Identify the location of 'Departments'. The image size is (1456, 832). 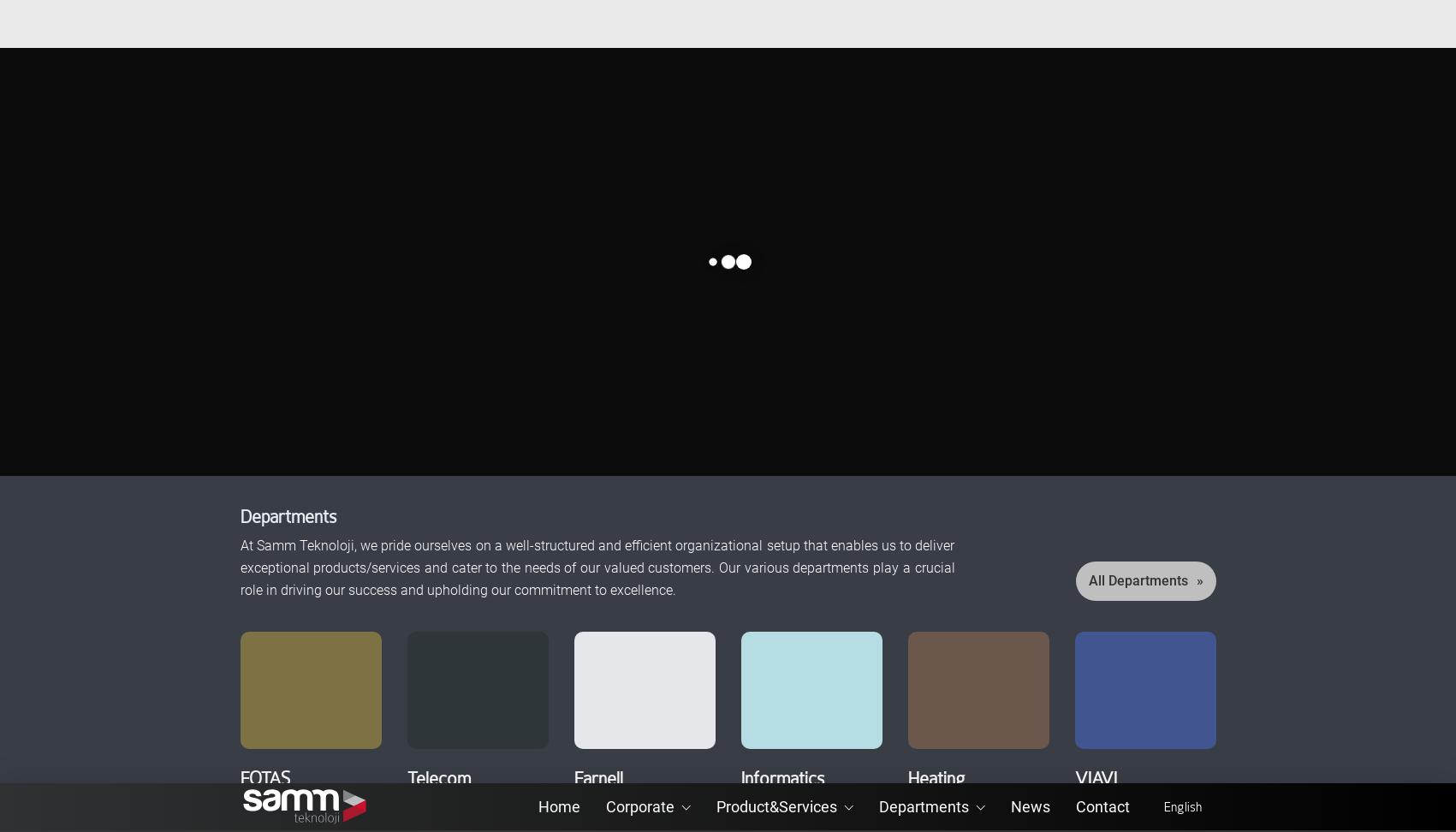
(923, 22).